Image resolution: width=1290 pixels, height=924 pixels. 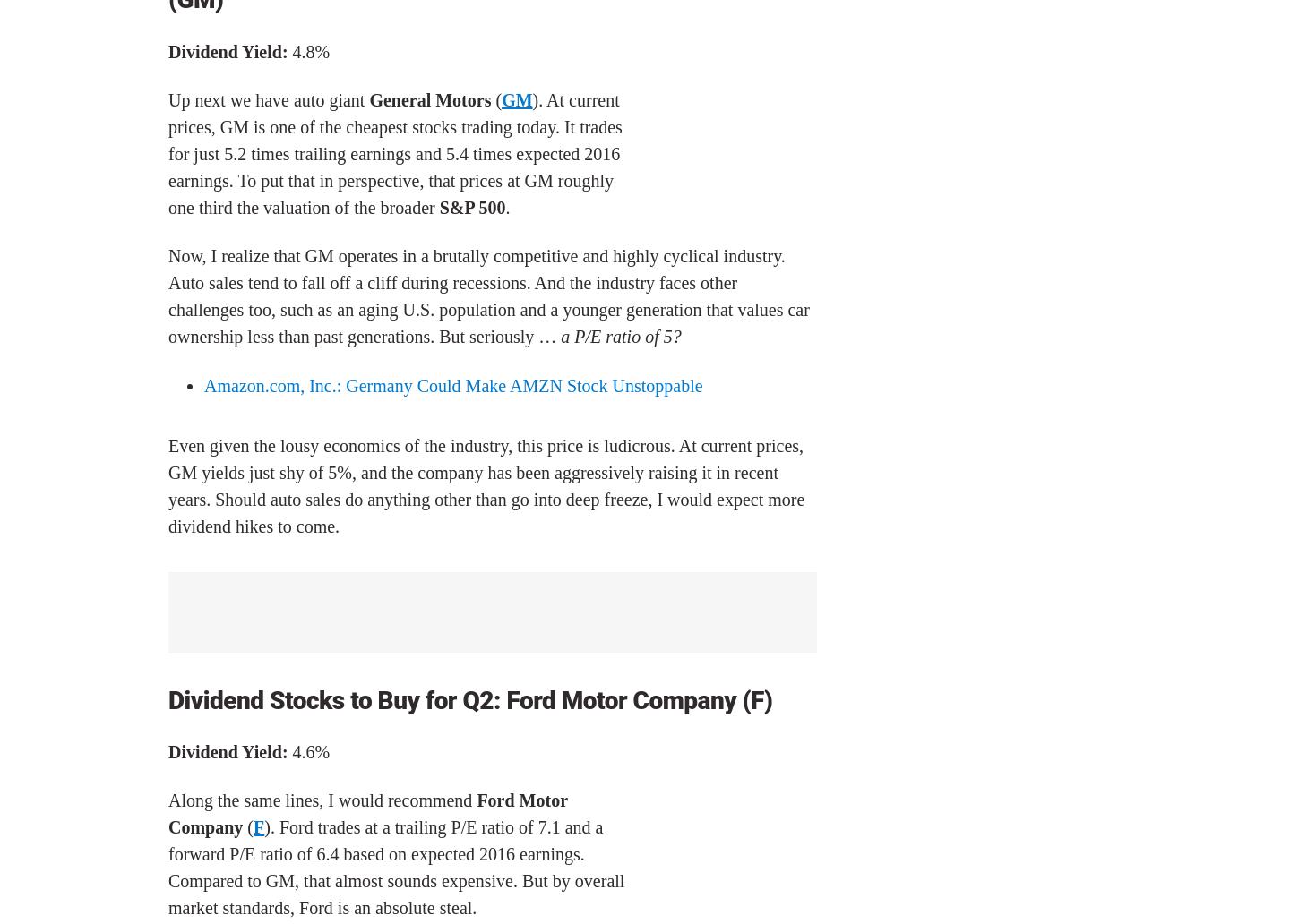 I want to click on 'S&P 500', so click(x=471, y=205).